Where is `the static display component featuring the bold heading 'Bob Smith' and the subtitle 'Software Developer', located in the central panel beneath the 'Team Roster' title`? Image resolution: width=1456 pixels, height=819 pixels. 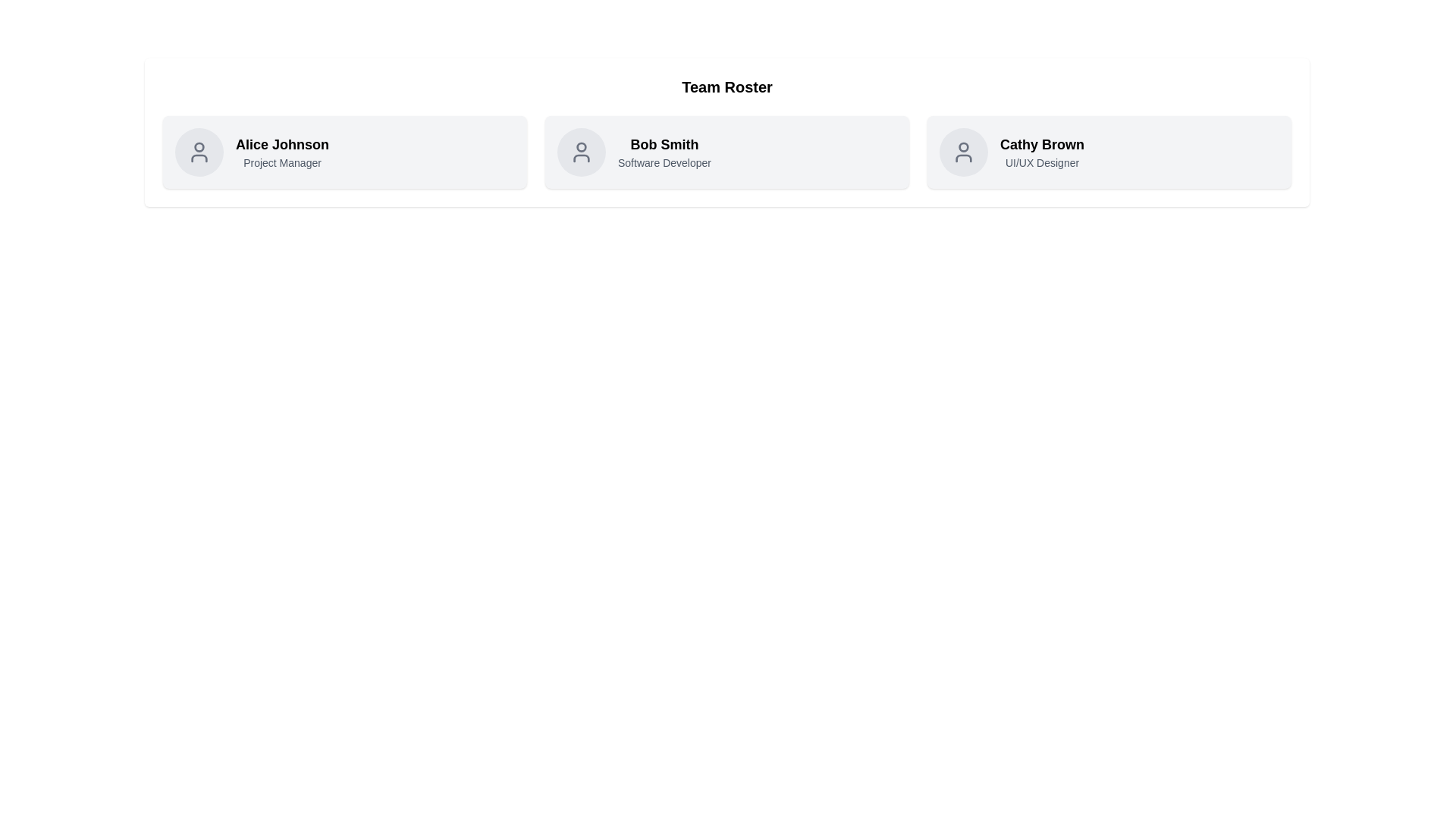
the static display component featuring the bold heading 'Bob Smith' and the subtitle 'Software Developer', located in the central panel beneath the 'Team Roster' title is located at coordinates (664, 152).